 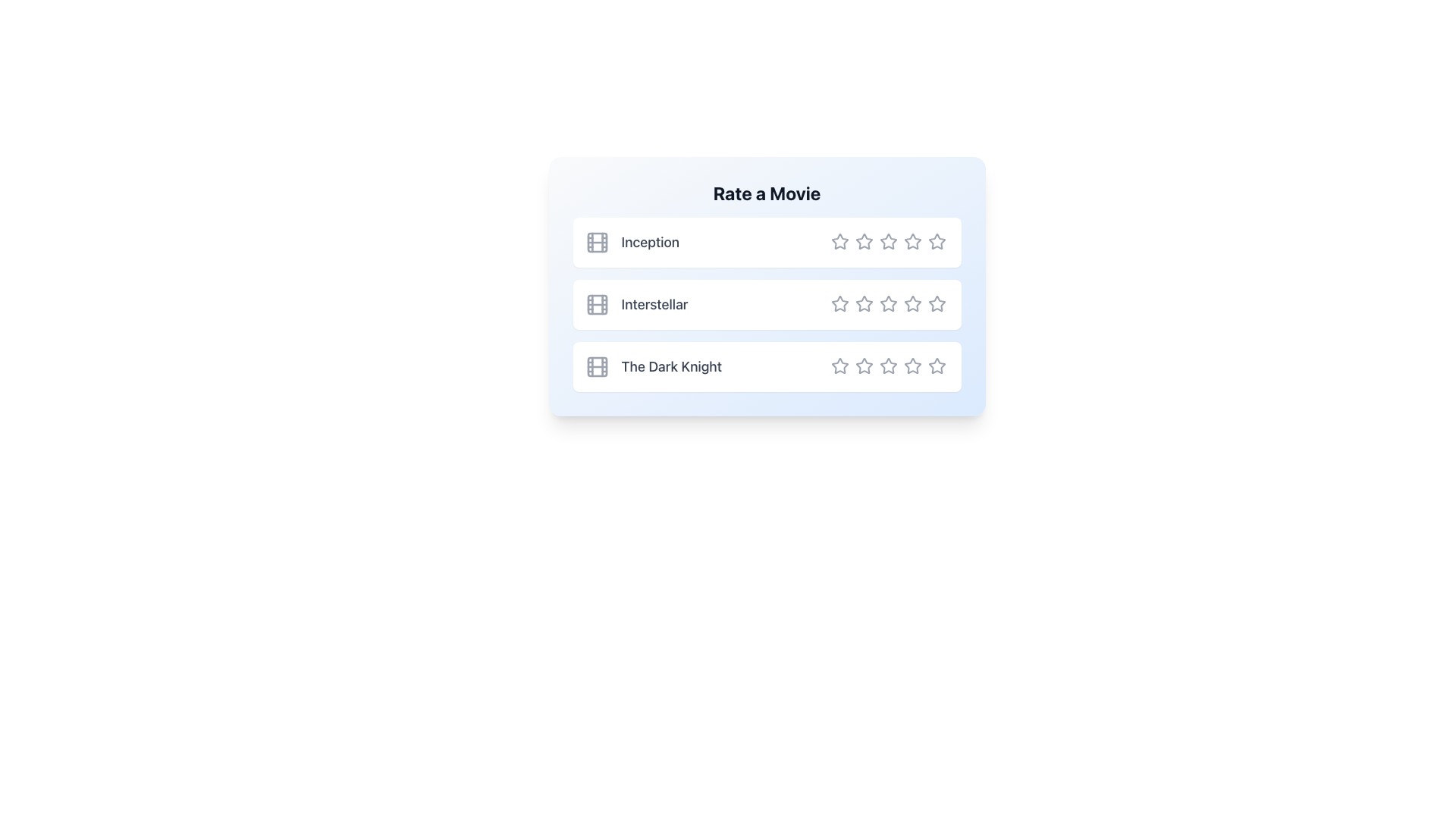 I want to click on the fifth star in the rating sequence for the movie 'Interstellar', so click(x=936, y=304).